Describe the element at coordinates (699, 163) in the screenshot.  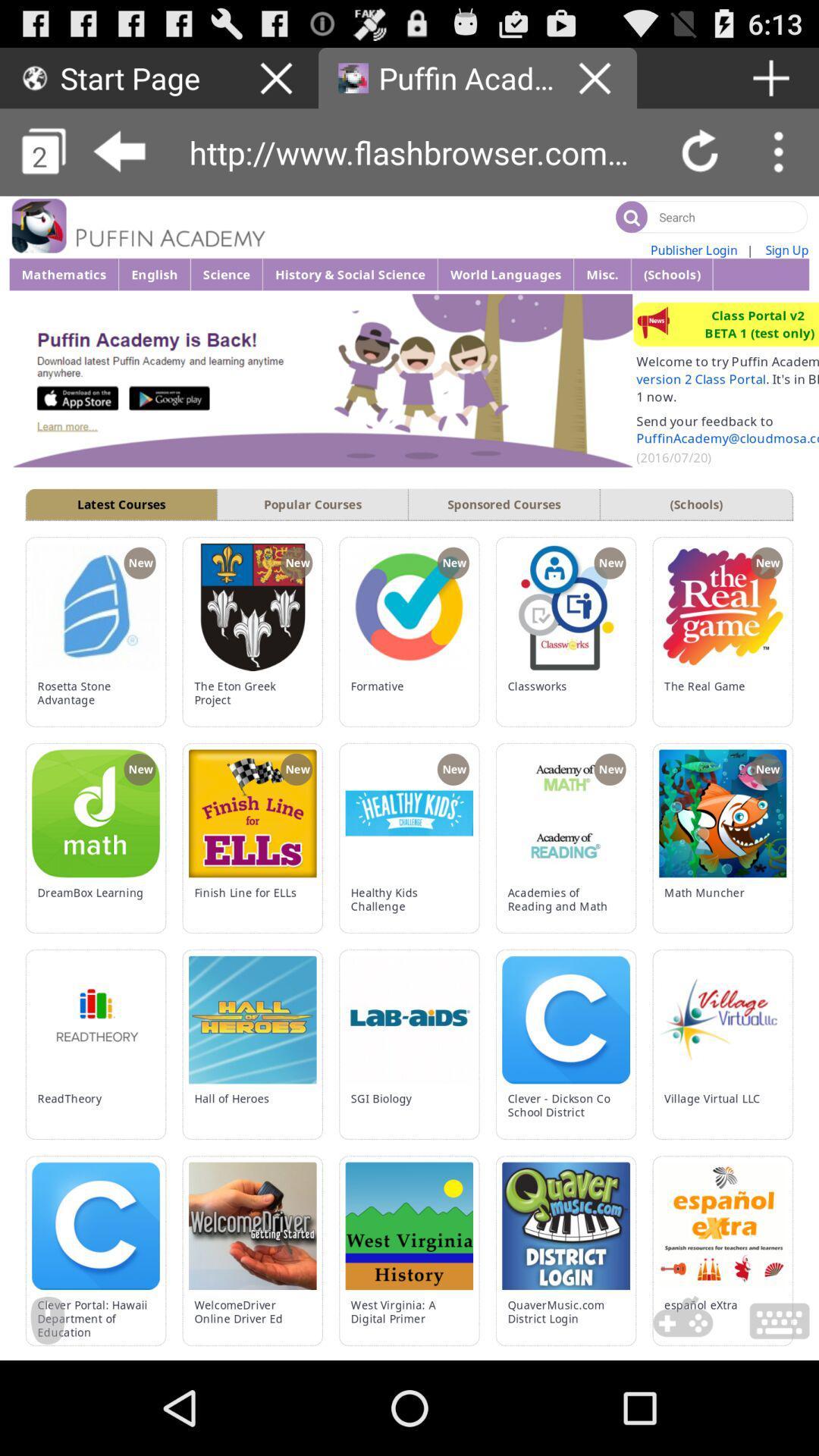
I see `the refresh icon` at that location.